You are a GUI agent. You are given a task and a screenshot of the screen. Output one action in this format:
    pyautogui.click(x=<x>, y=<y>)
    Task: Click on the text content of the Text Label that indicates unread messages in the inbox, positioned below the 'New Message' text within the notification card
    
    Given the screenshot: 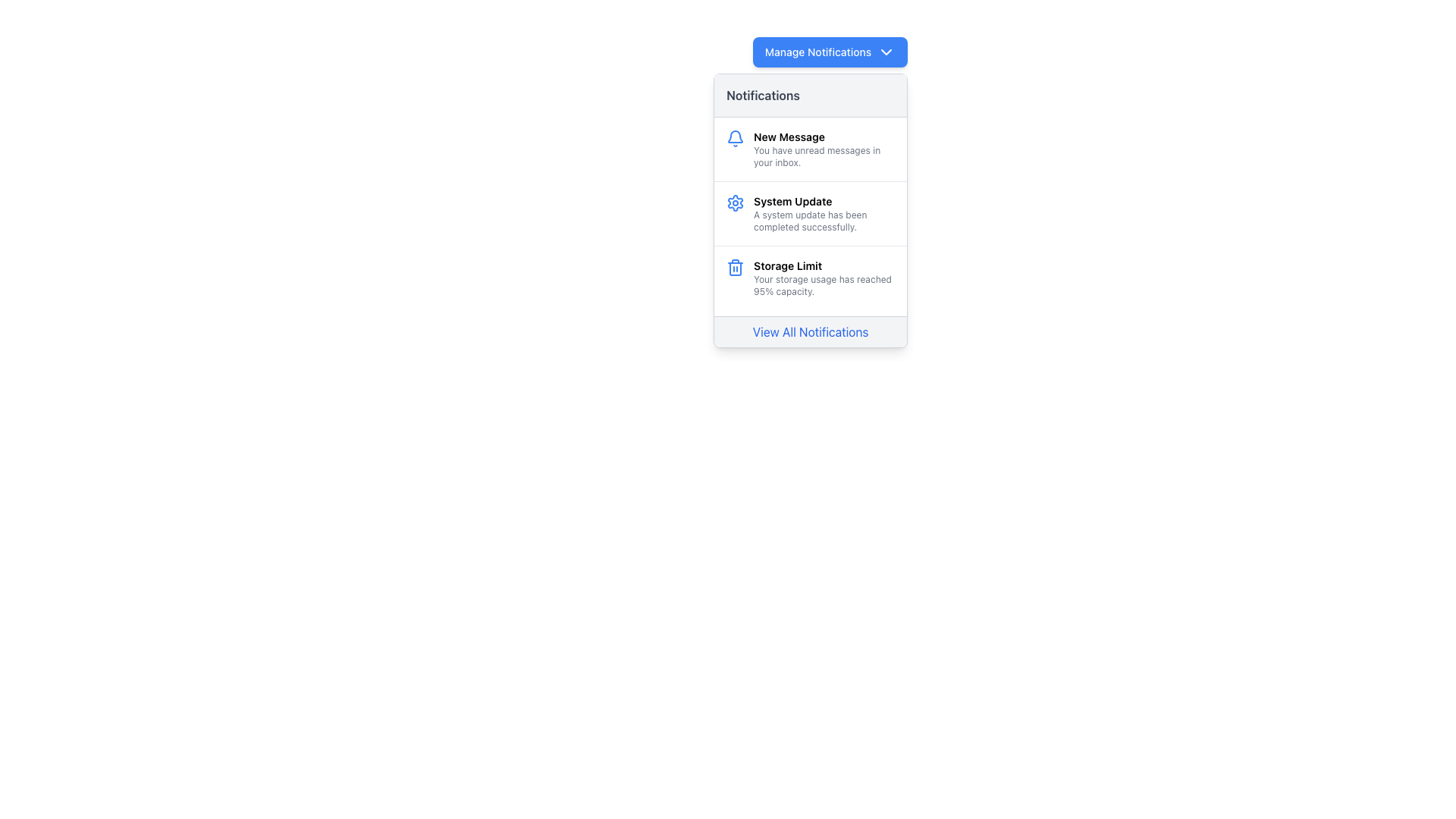 What is the action you would take?
    pyautogui.click(x=824, y=157)
    